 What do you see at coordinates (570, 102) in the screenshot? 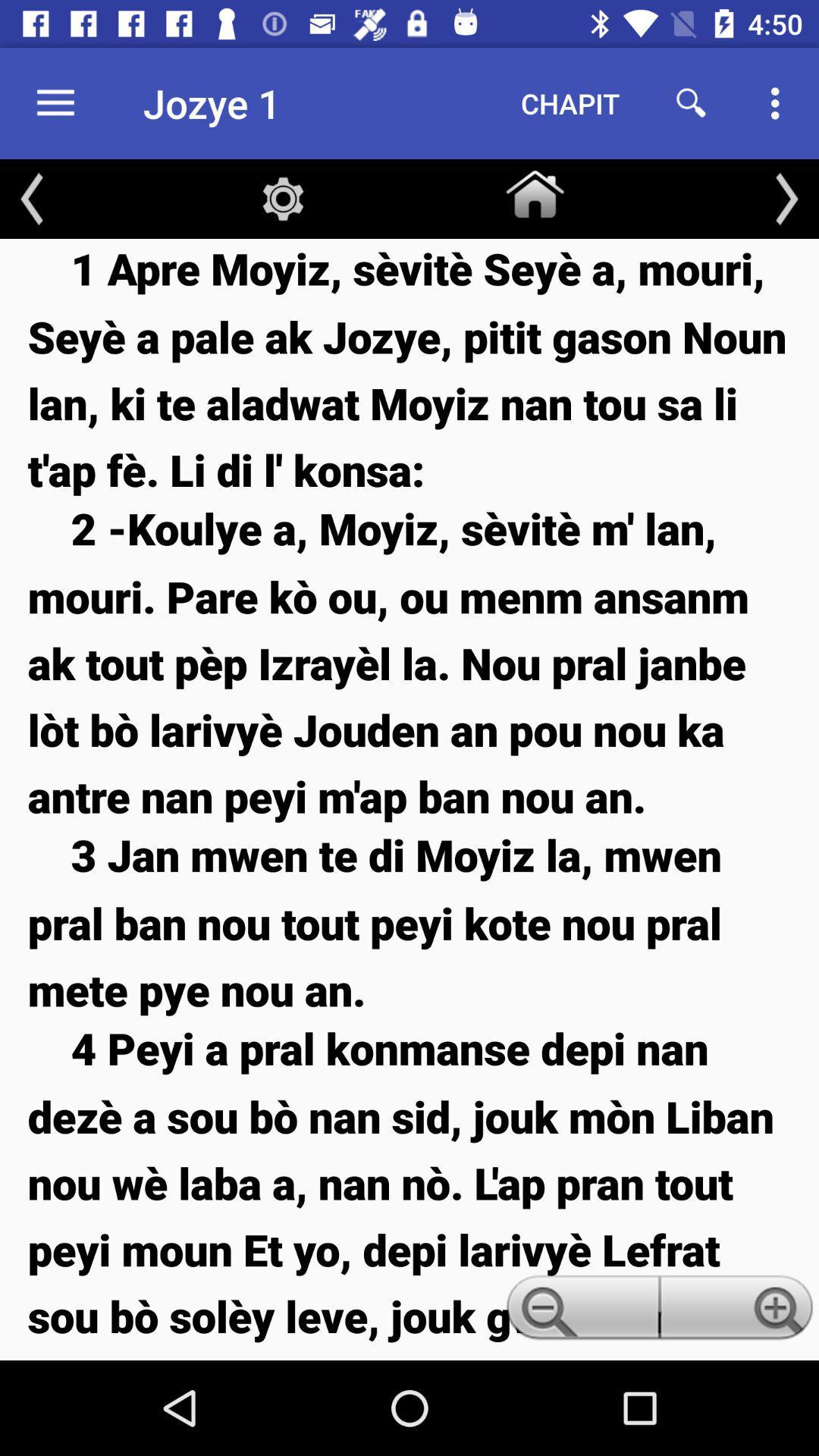
I see `chapit icon` at bounding box center [570, 102].